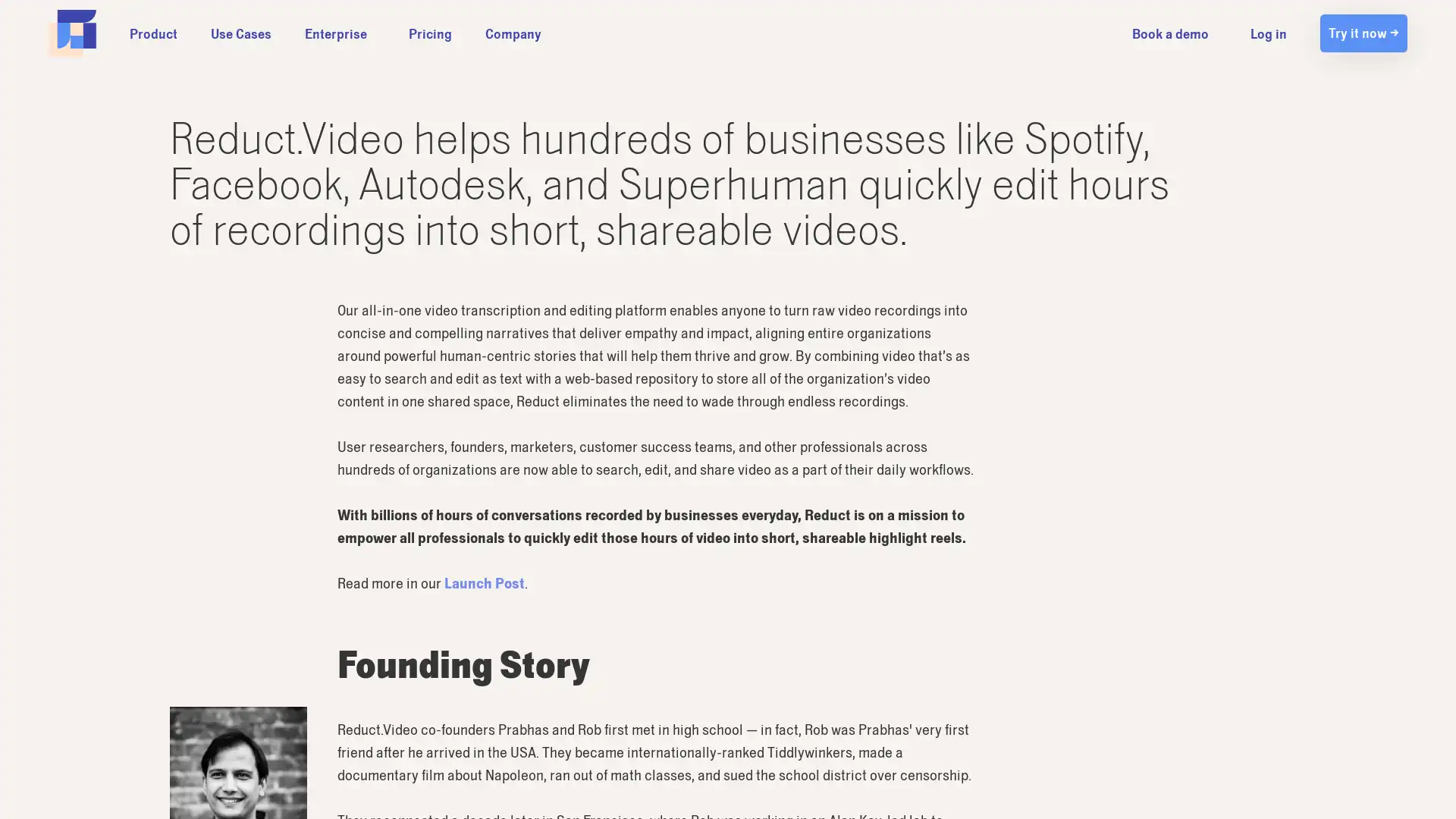  What do you see at coordinates (1363, 33) in the screenshot?
I see `Try it now` at bounding box center [1363, 33].